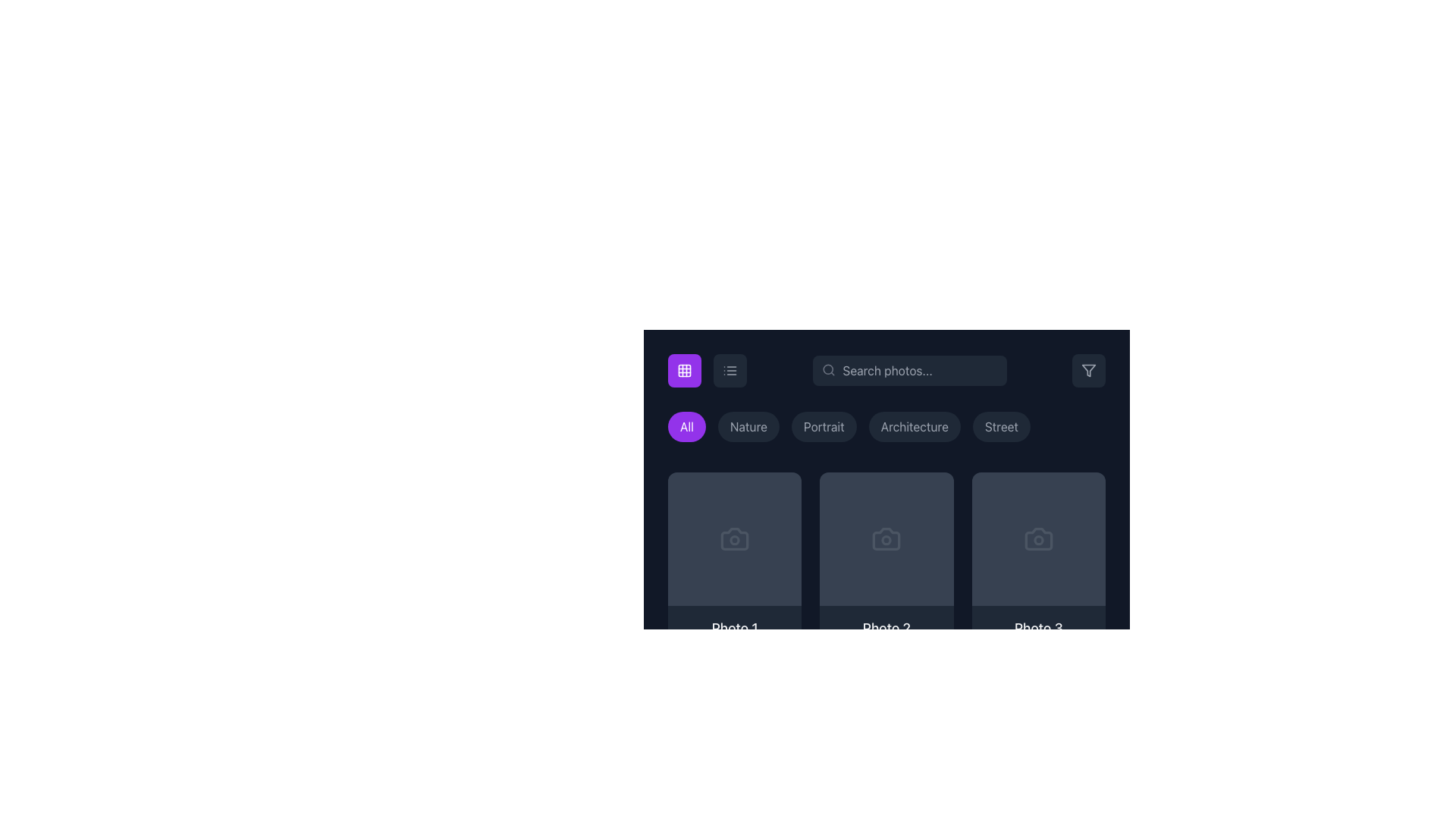  Describe the element at coordinates (823, 427) in the screenshot. I see `the button labeled 'Portrait'` at that location.